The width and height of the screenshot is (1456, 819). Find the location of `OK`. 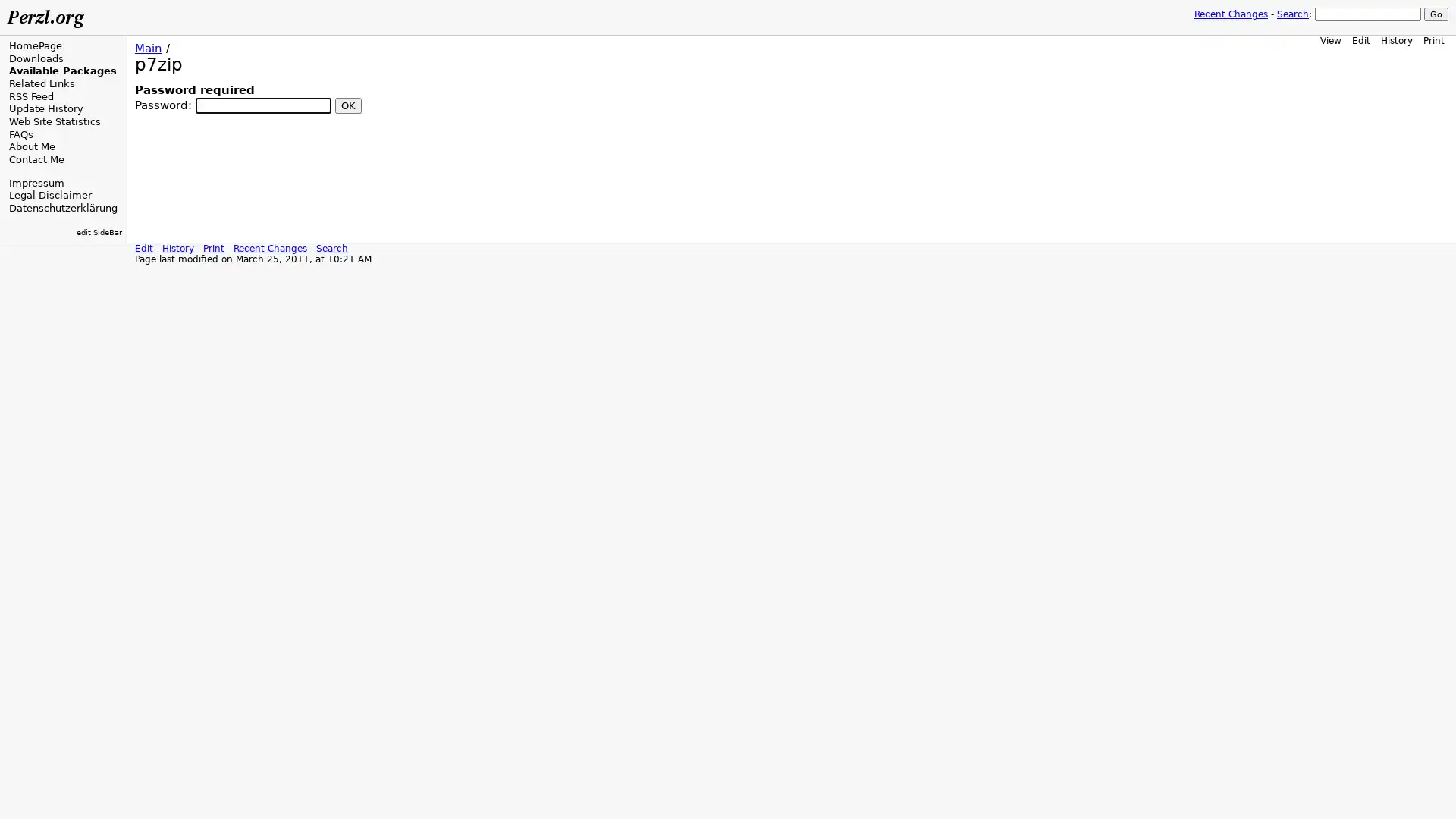

OK is located at coordinates (347, 104).